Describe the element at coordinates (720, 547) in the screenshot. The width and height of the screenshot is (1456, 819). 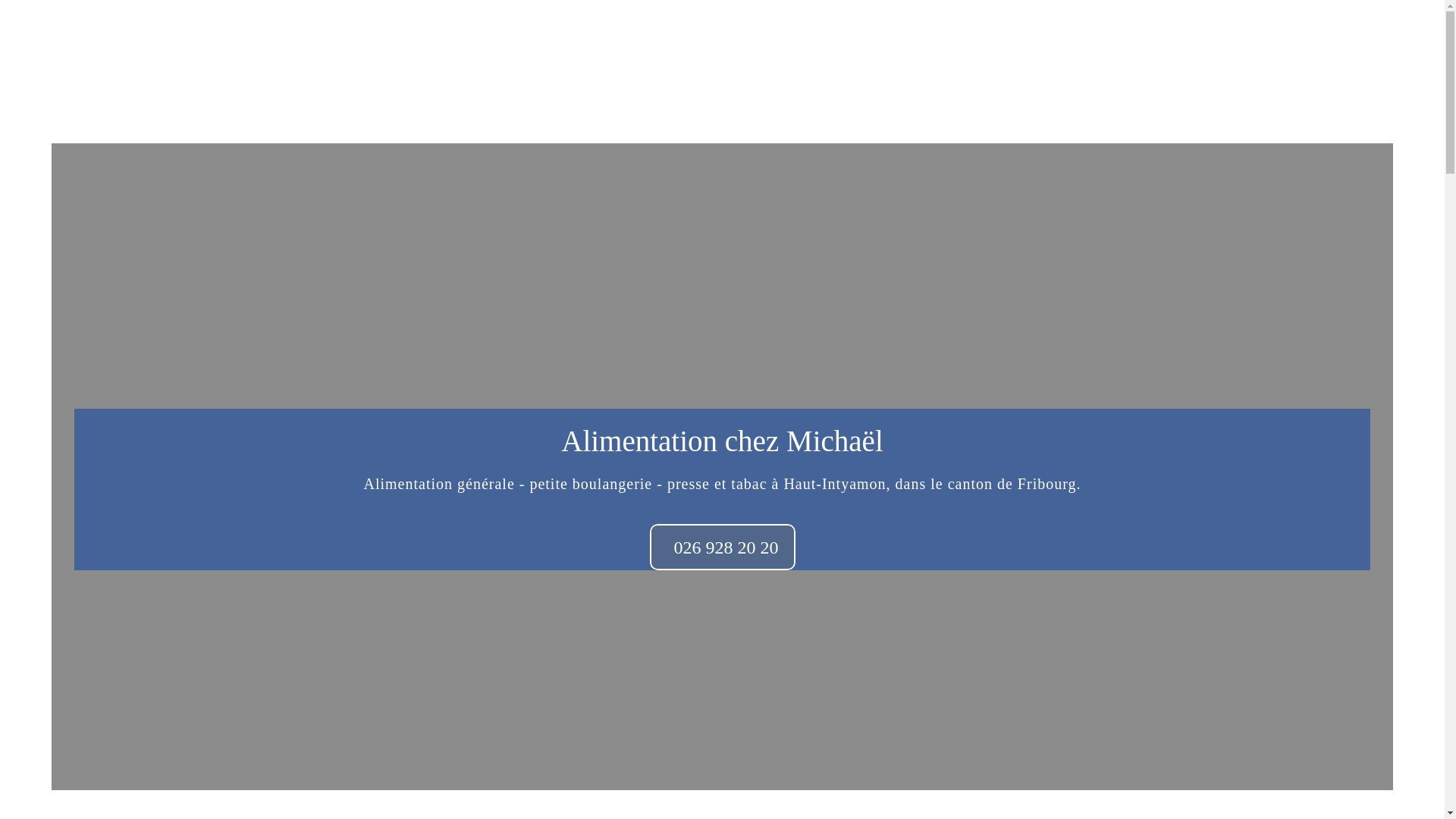
I see `'026 928 20 20'` at that location.